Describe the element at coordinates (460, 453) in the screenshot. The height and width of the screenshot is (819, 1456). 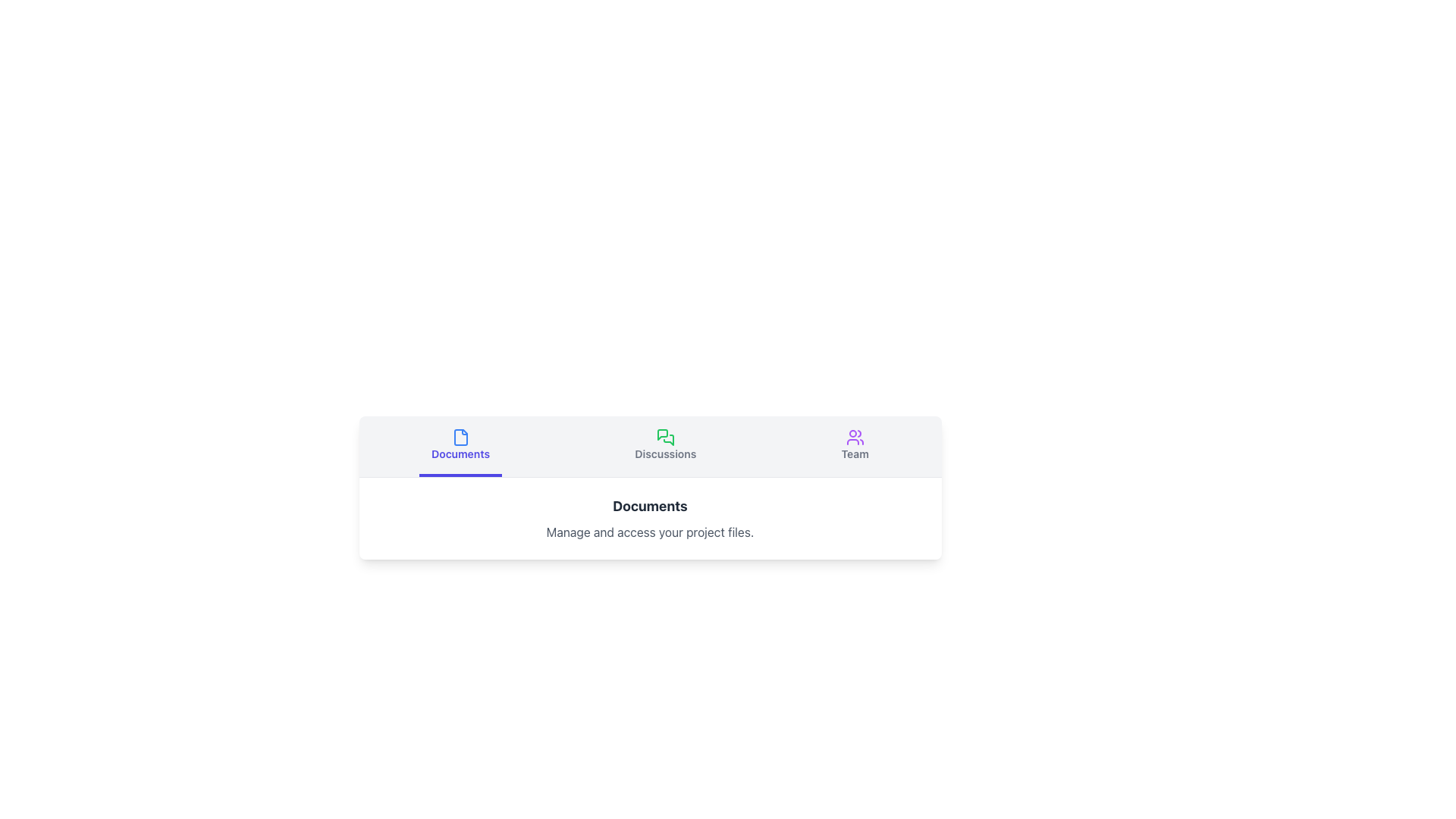
I see `the 'Documents' label located beneath the file-like icon` at that location.